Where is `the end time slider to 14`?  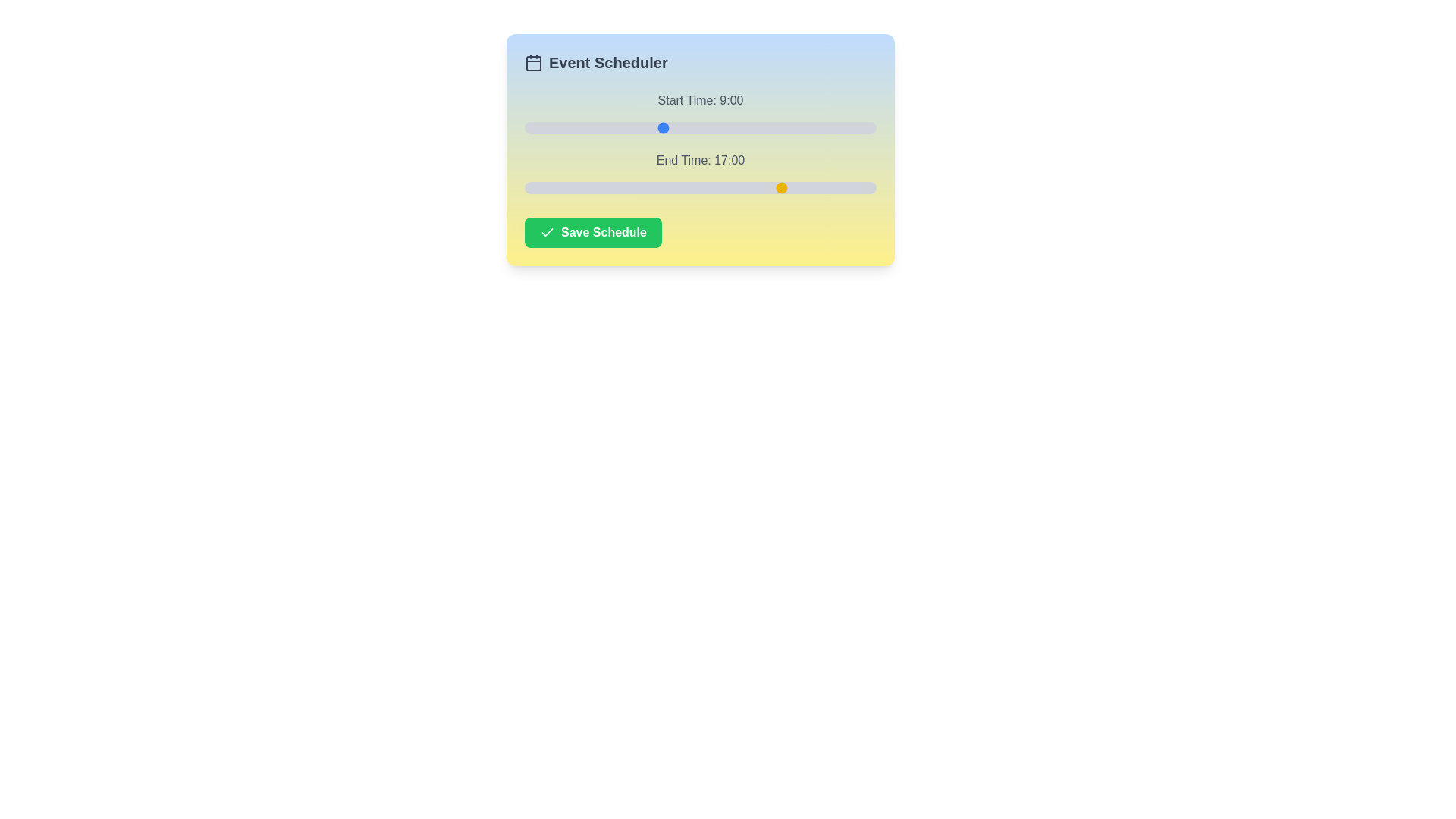
the end time slider to 14 is located at coordinates (739, 187).